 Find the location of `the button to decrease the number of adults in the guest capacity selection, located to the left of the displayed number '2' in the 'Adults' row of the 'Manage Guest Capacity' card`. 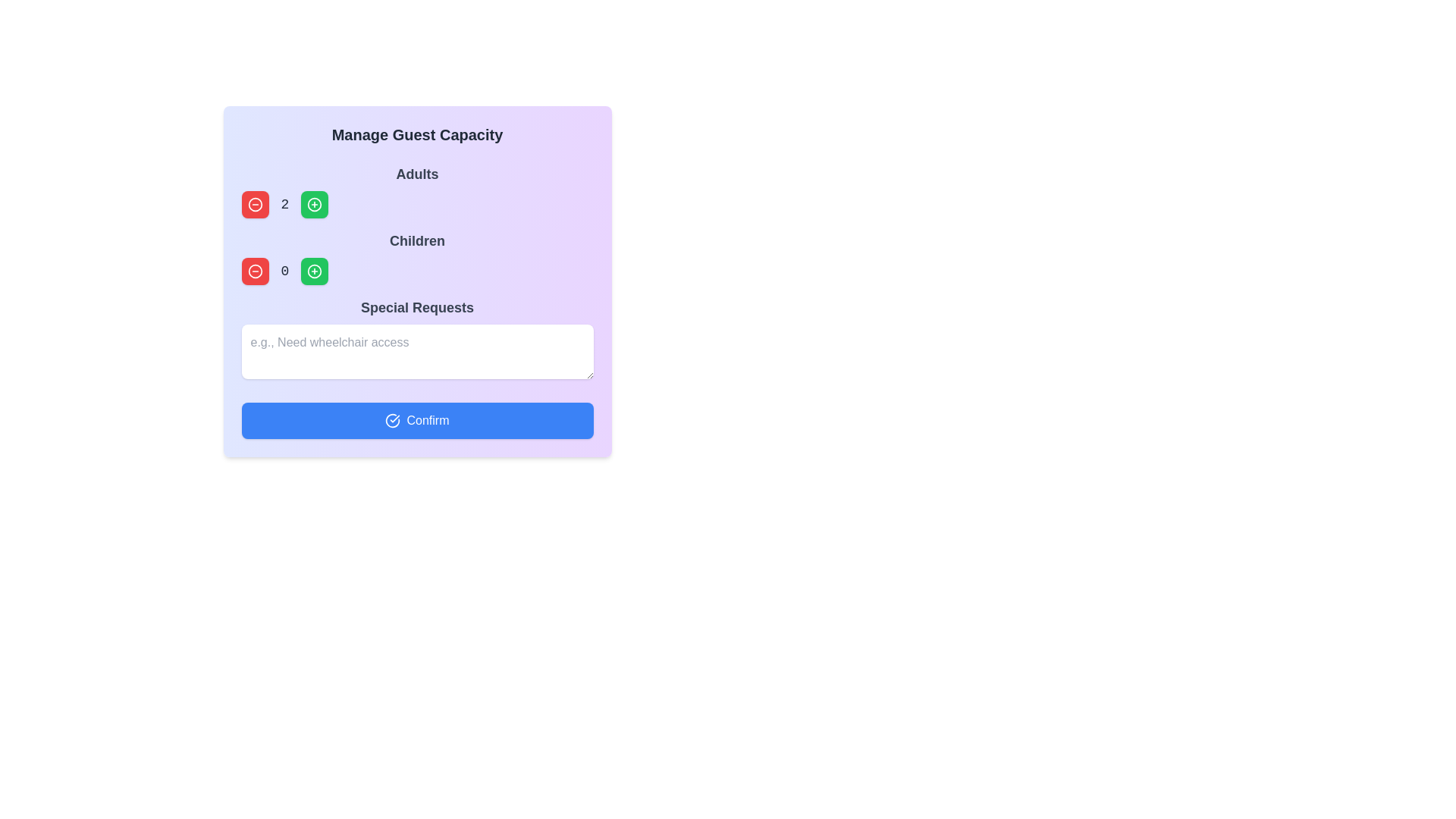

the button to decrease the number of adults in the guest capacity selection, located to the left of the displayed number '2' in the 'Adults' row of the 'Manage Guest Capacity' card is located at coordinates (255, 205).